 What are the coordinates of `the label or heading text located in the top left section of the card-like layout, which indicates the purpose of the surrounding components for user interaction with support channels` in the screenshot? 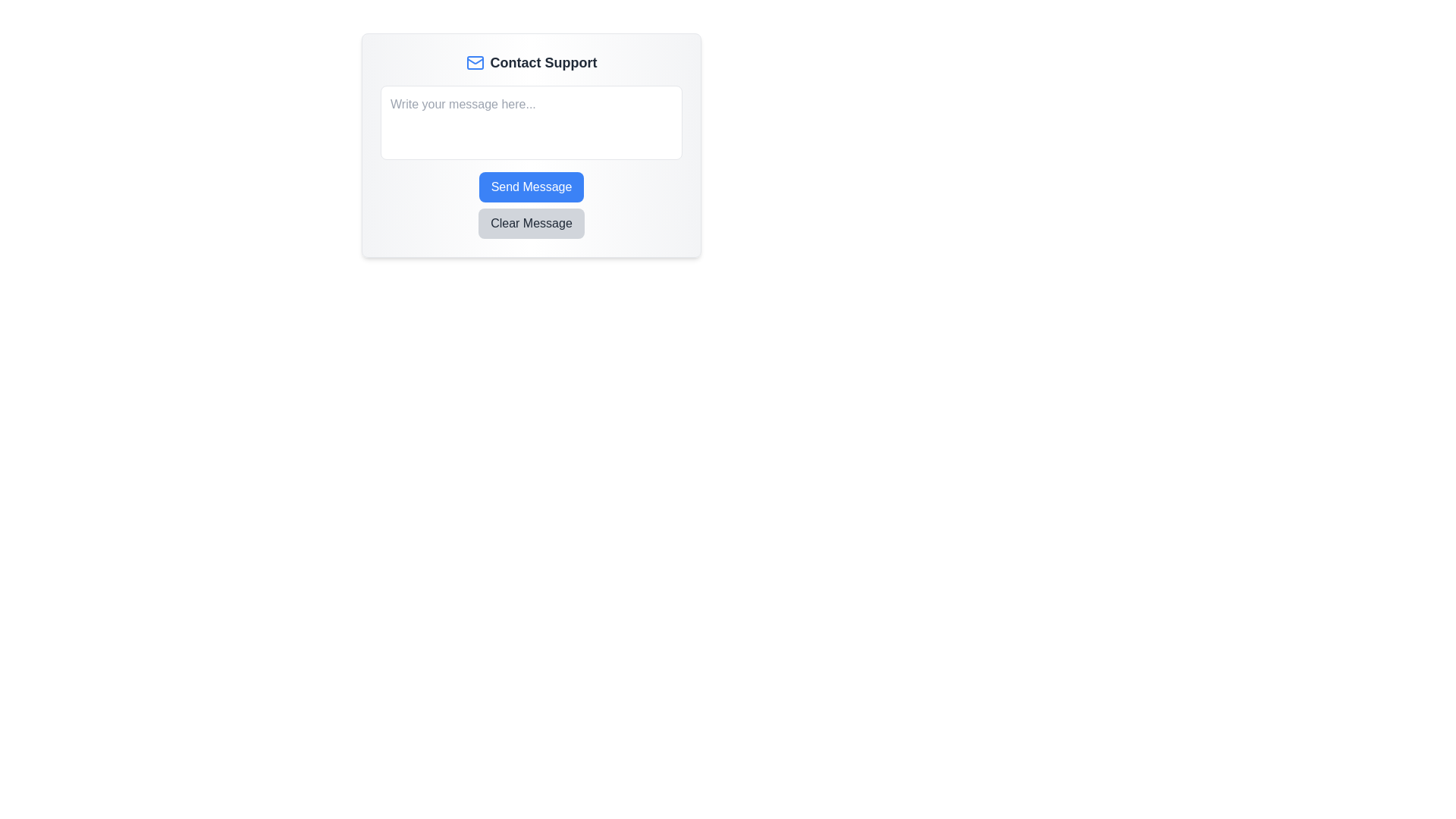 It's located at (543, 62).